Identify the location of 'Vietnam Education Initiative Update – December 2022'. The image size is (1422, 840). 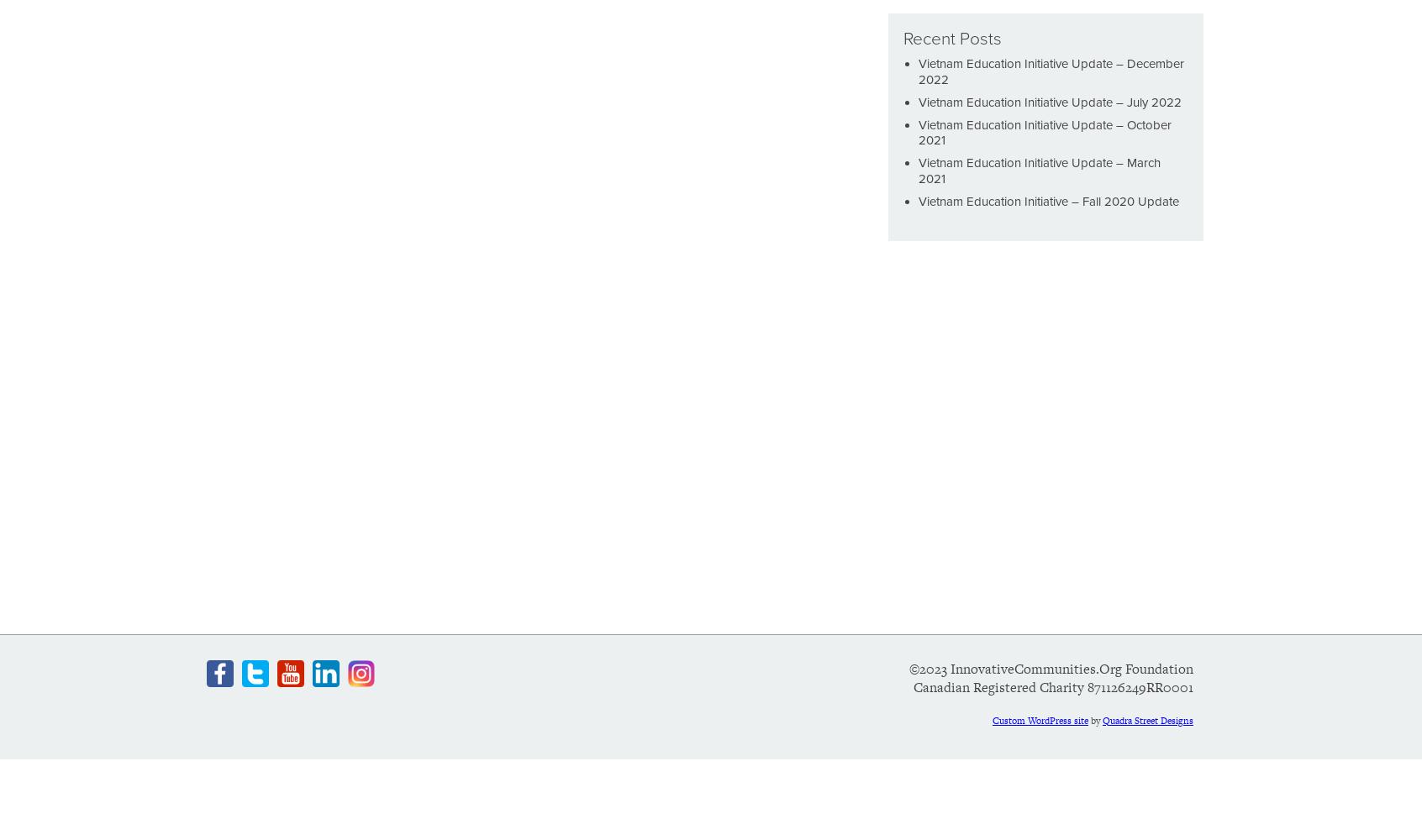
(1051, 71).